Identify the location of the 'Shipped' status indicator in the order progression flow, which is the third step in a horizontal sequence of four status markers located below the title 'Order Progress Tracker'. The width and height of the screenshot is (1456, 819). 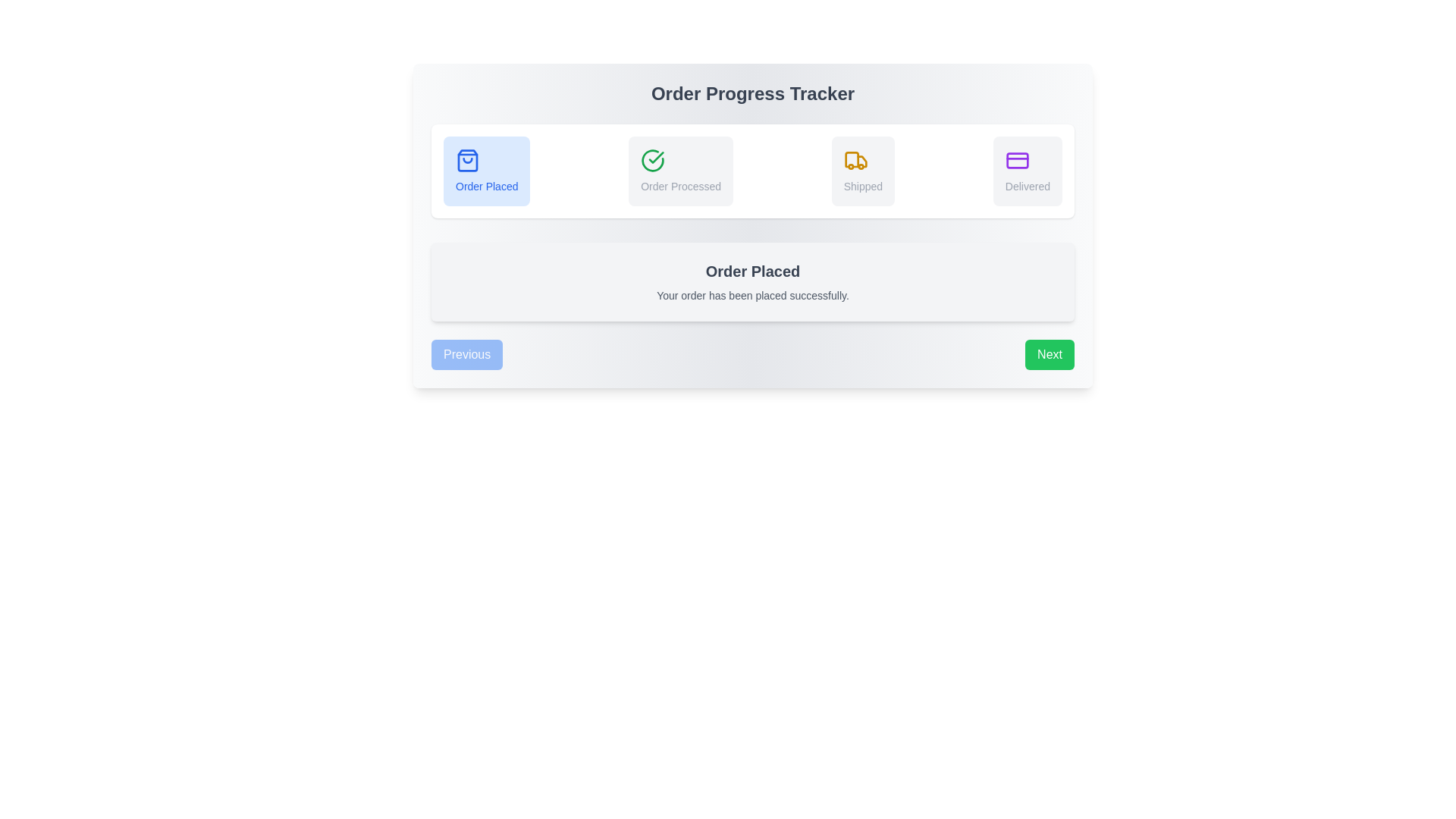
(863, 171).